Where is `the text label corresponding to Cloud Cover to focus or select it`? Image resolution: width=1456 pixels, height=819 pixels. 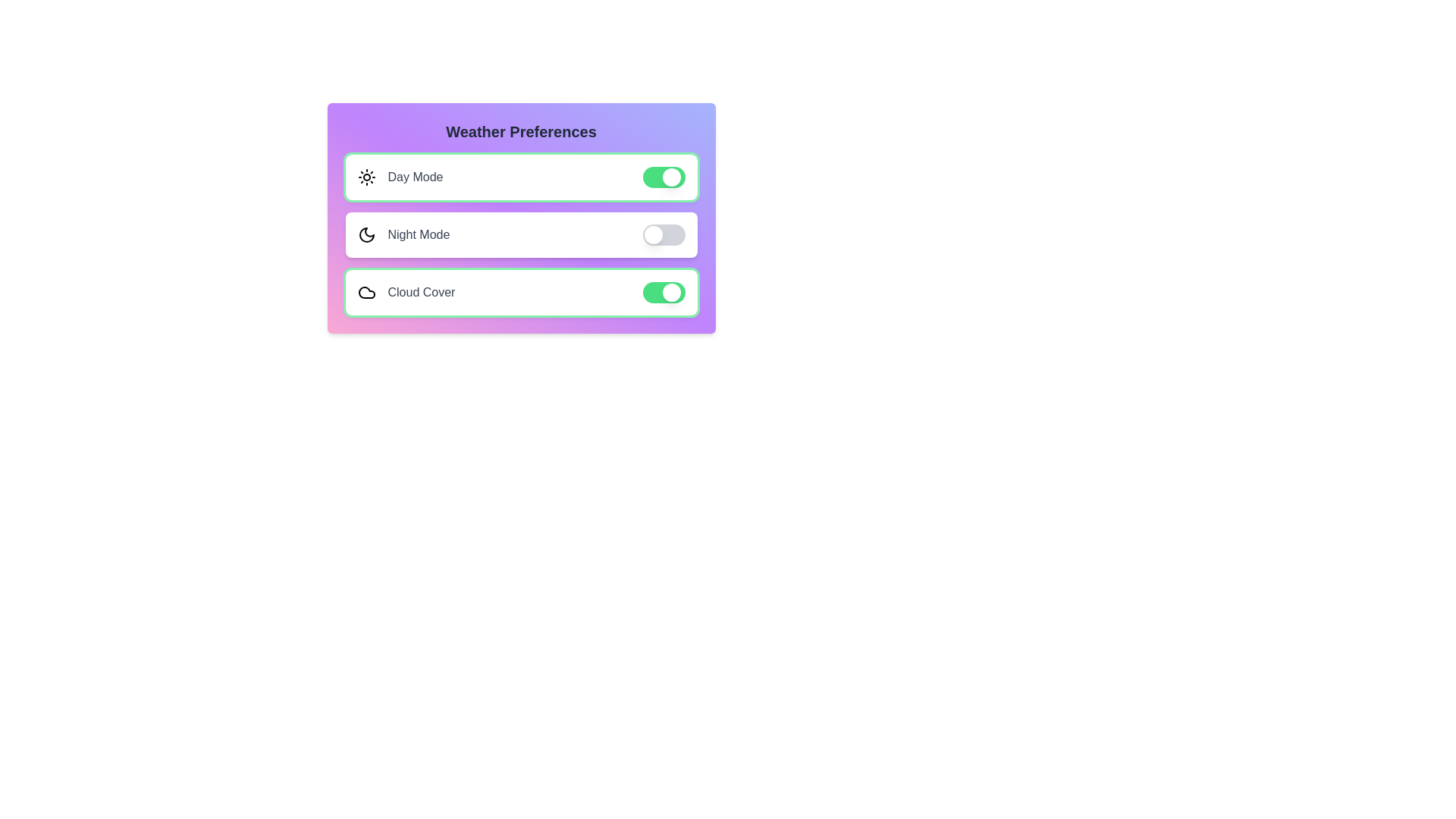
the text label corresponding to Cloud Cover to focus or select it is located at coordinates (422, 292).